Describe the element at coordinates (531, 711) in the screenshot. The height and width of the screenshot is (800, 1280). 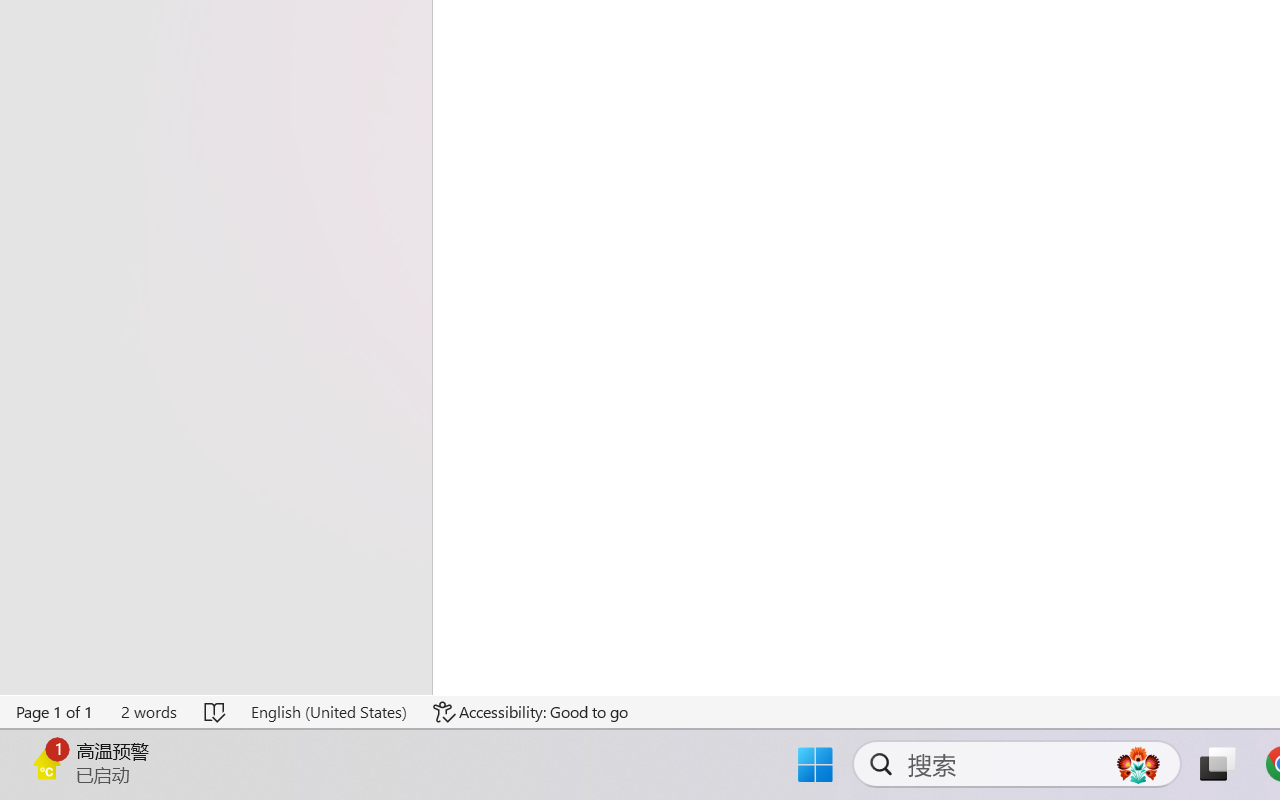
I see `'Accessibility Checker Accessibility: Good to go'` at that location.